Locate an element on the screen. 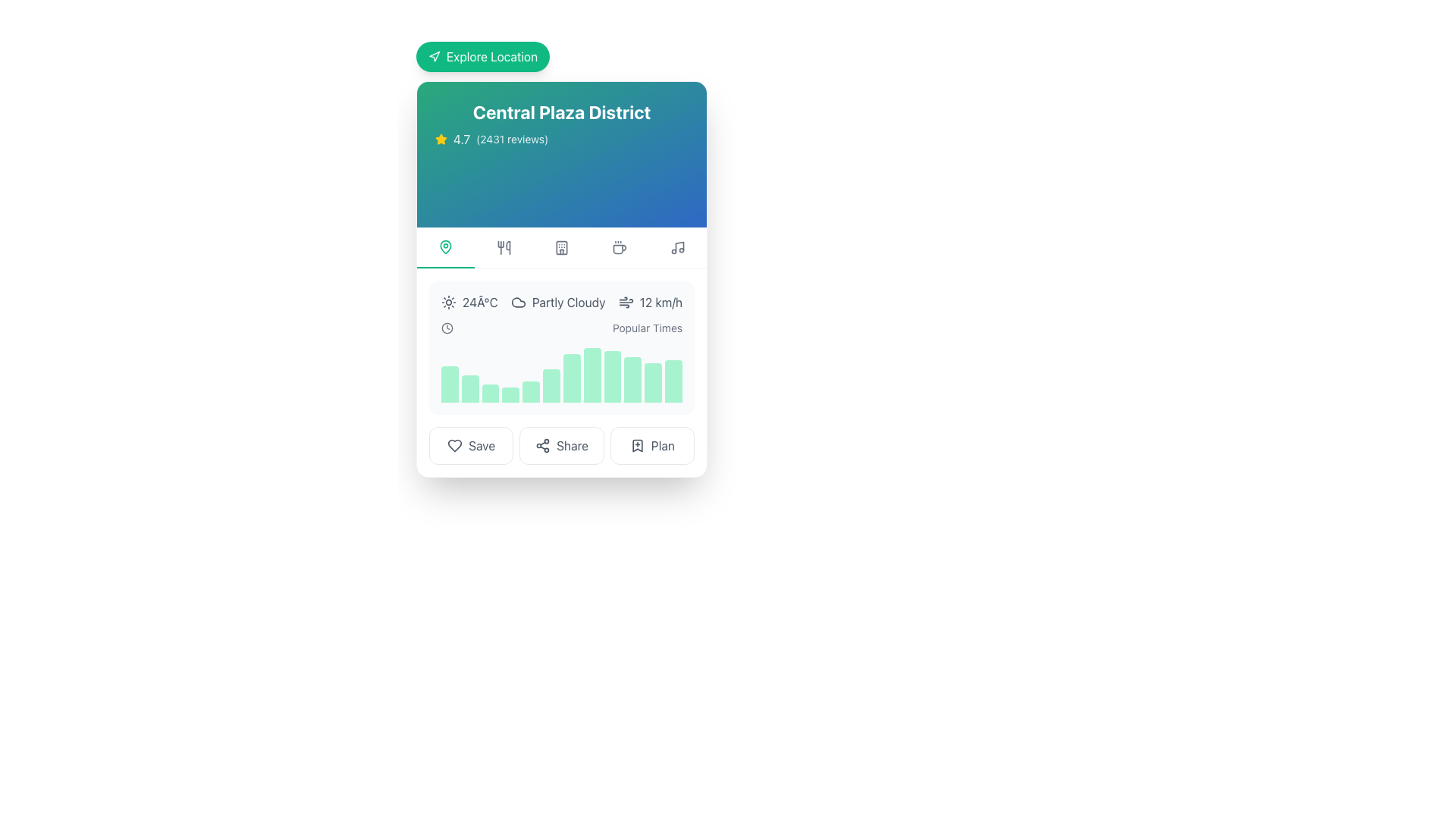 The image size is (1456, 819). the icon button resembling a fork and knife, which is the second interactive icon below the header 'Central Plaza District' is located at coordinates (504, 247).